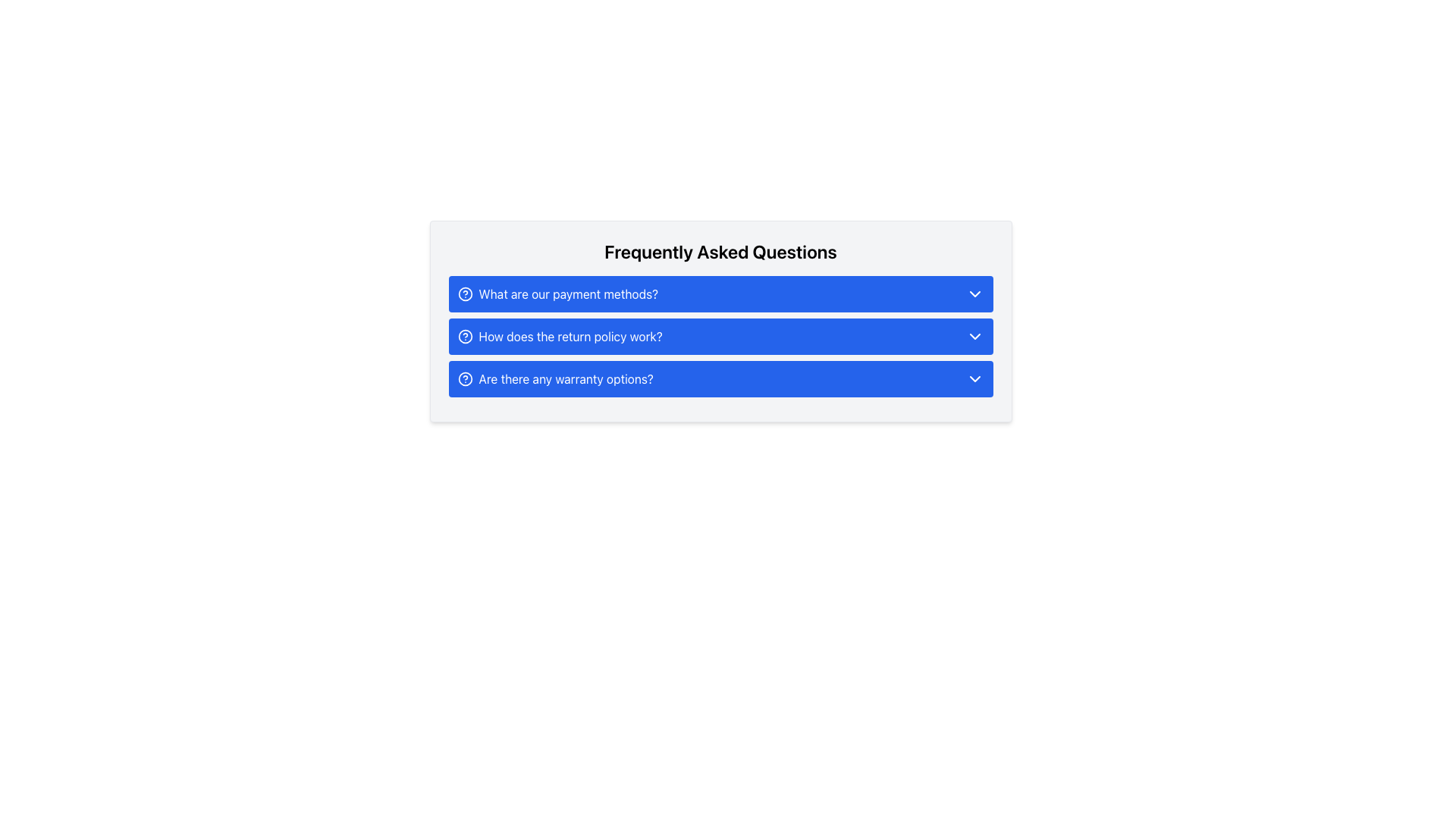  Describe the element at coordinates (559, 335) in the screenshot. I see `the clickable text displaying 'How does the return policy work?' next to the circular help icon` at that location.